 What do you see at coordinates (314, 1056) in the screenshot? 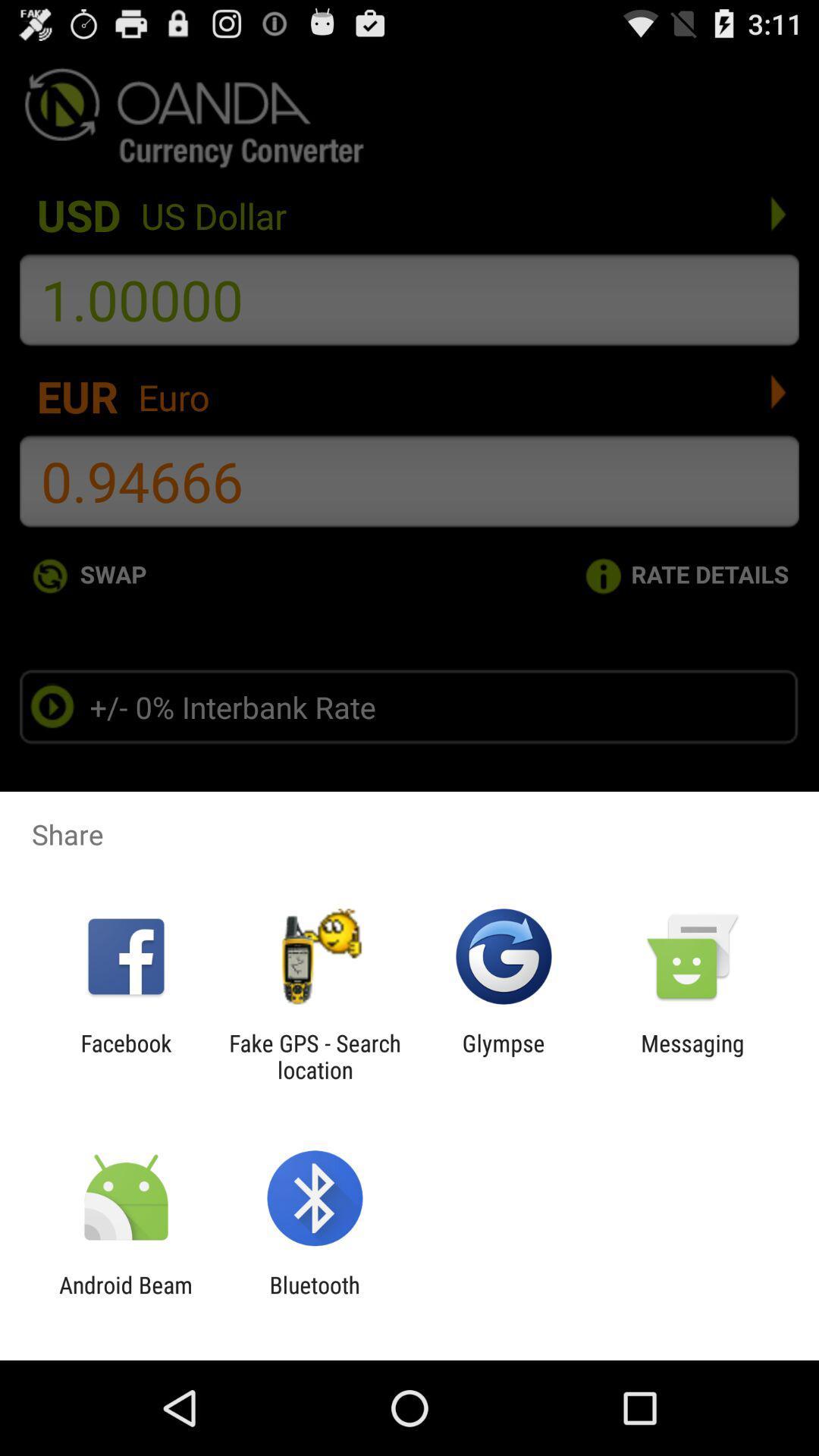
I see `fake gps search item` at bounding box center [314, 1056].